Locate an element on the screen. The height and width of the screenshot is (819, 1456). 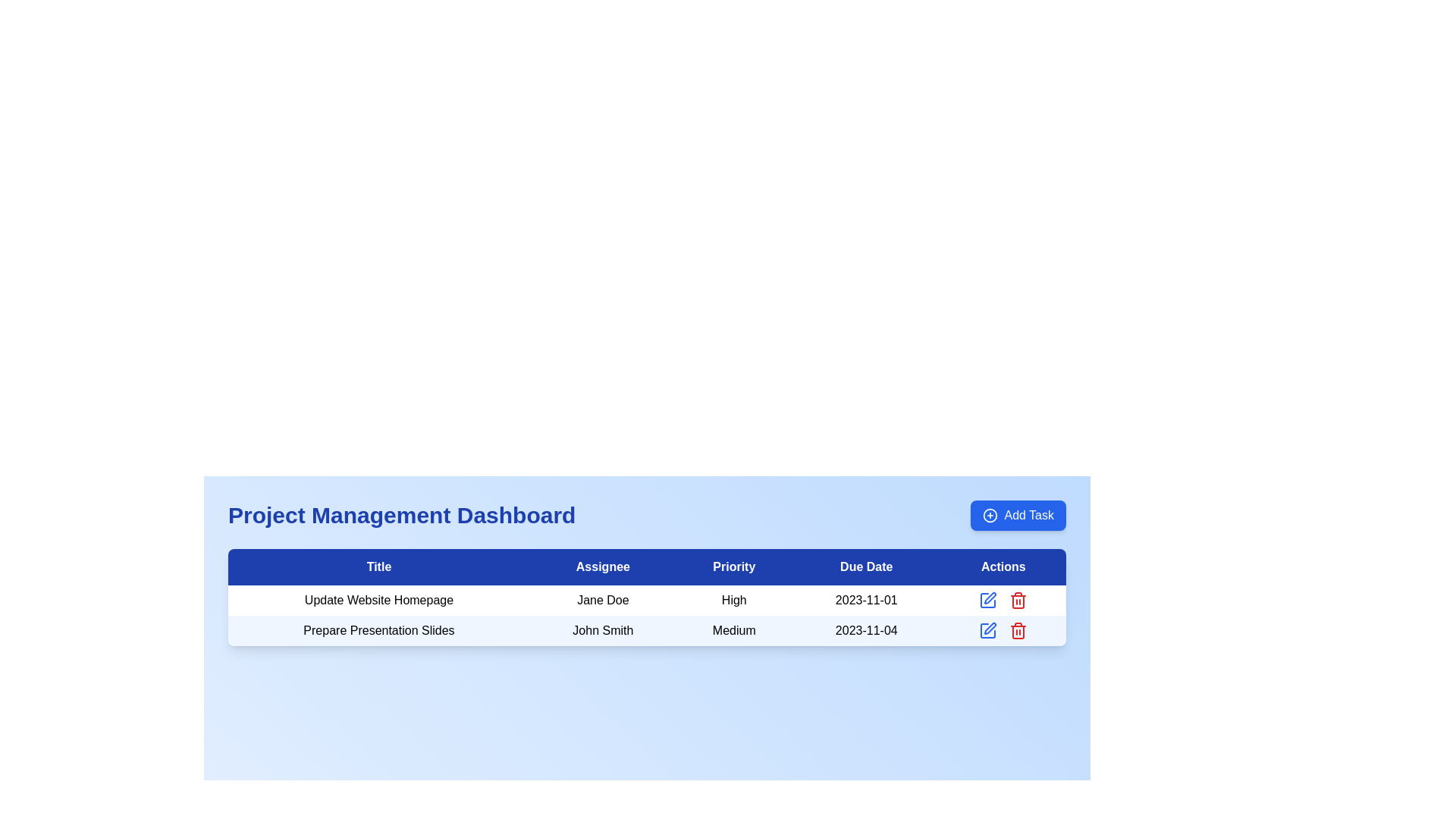
the edit icon button located in the 'Actions' column of the second row of the table is located at coordinates (990, 629).